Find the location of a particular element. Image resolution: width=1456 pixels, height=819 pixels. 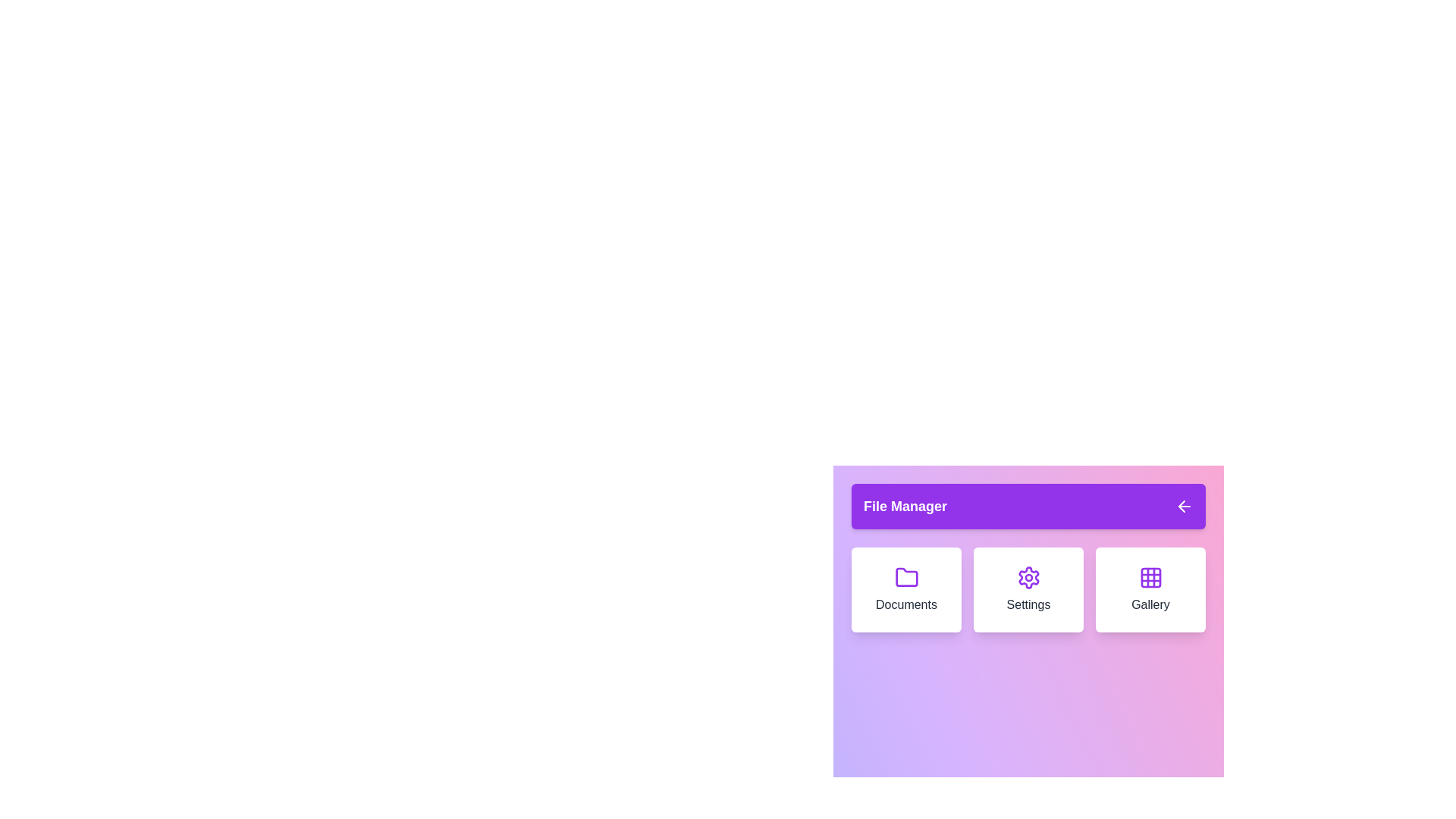

arrow icon at the top right corner of the menu to toggle its visibility is located at coordinates (1183, 506).